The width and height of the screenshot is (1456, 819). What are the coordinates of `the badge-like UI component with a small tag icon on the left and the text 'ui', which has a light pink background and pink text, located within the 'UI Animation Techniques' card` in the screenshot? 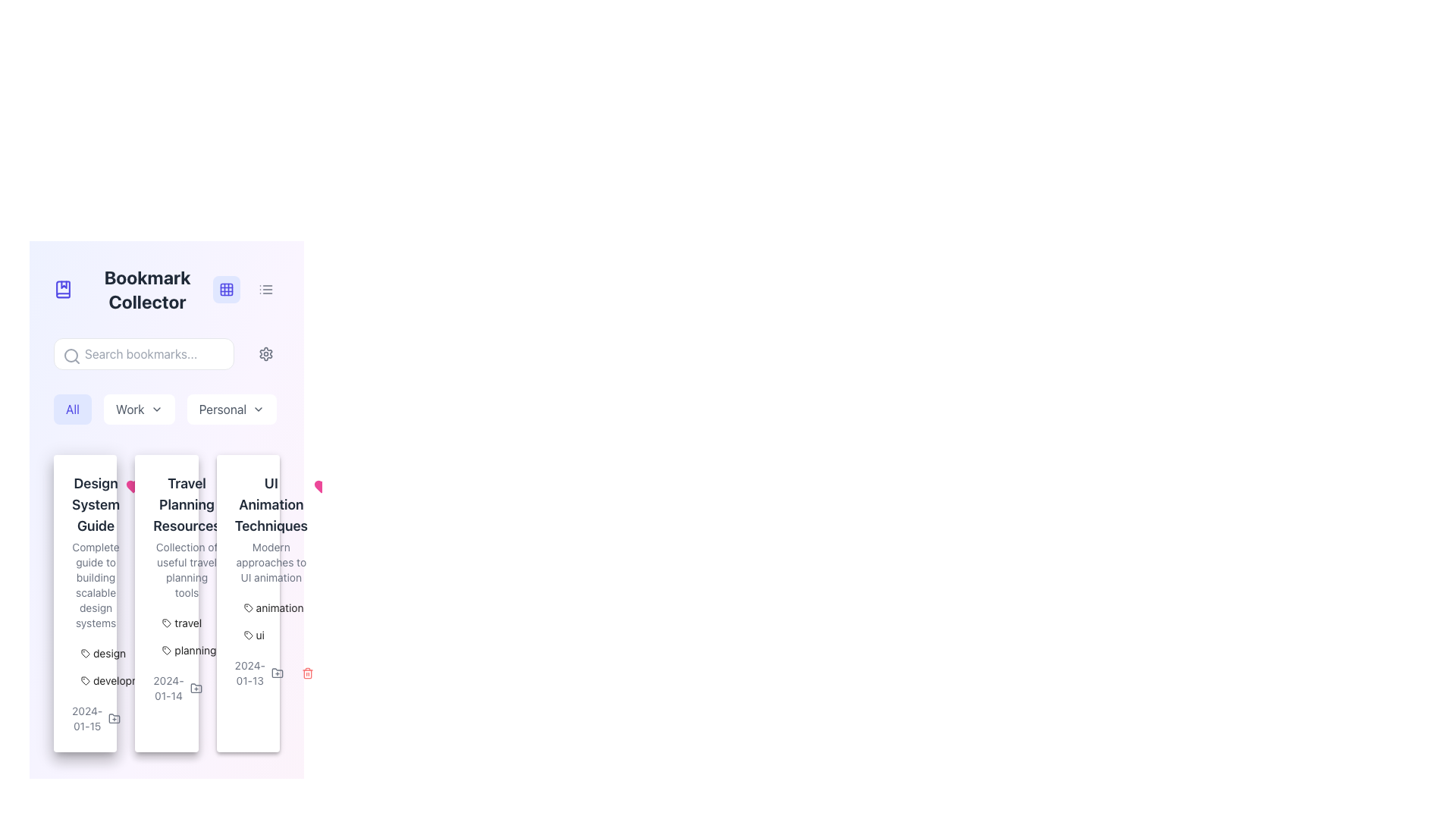 It's located at (254, 635).